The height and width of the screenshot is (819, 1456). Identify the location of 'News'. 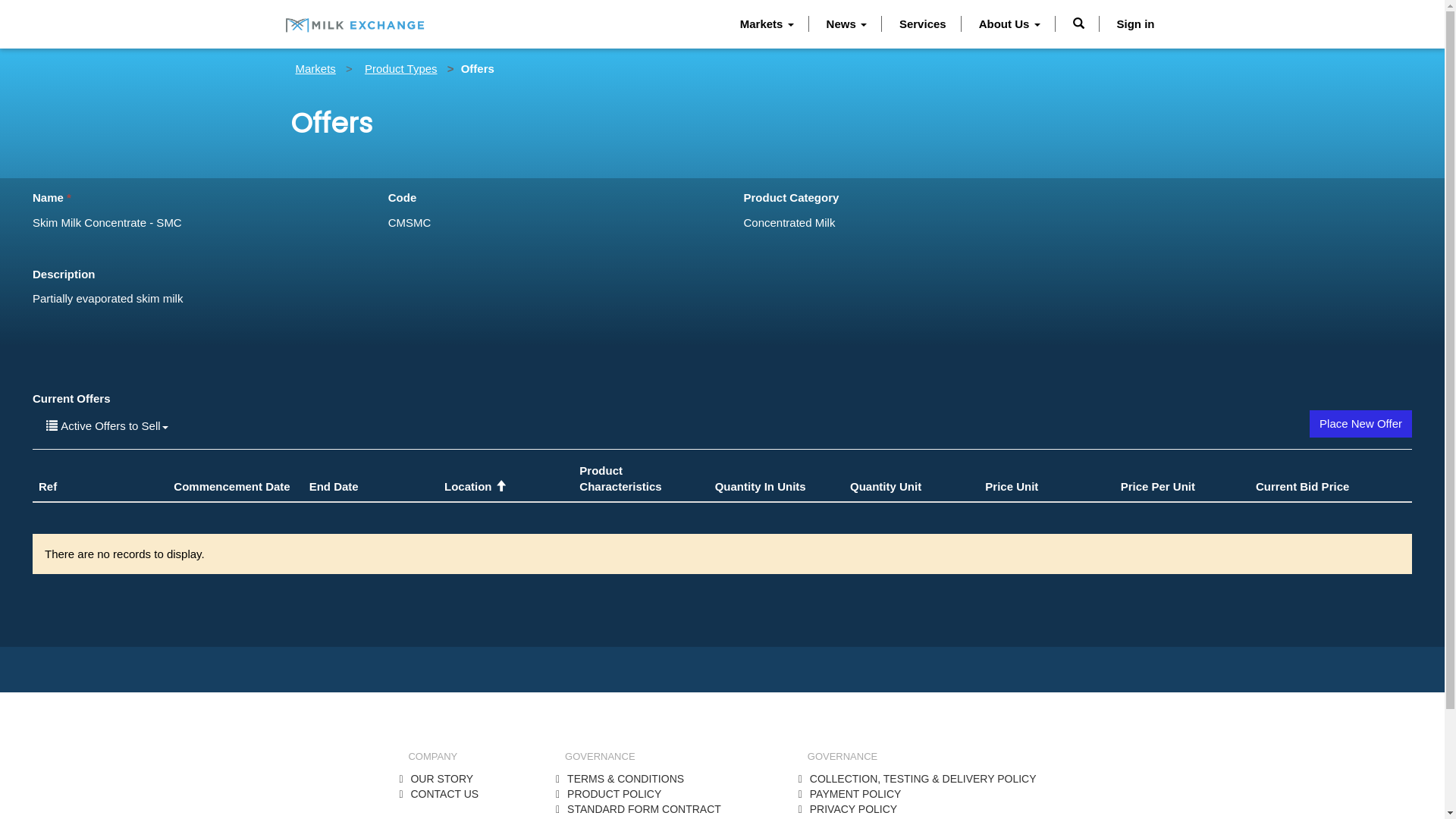
(846, 23).